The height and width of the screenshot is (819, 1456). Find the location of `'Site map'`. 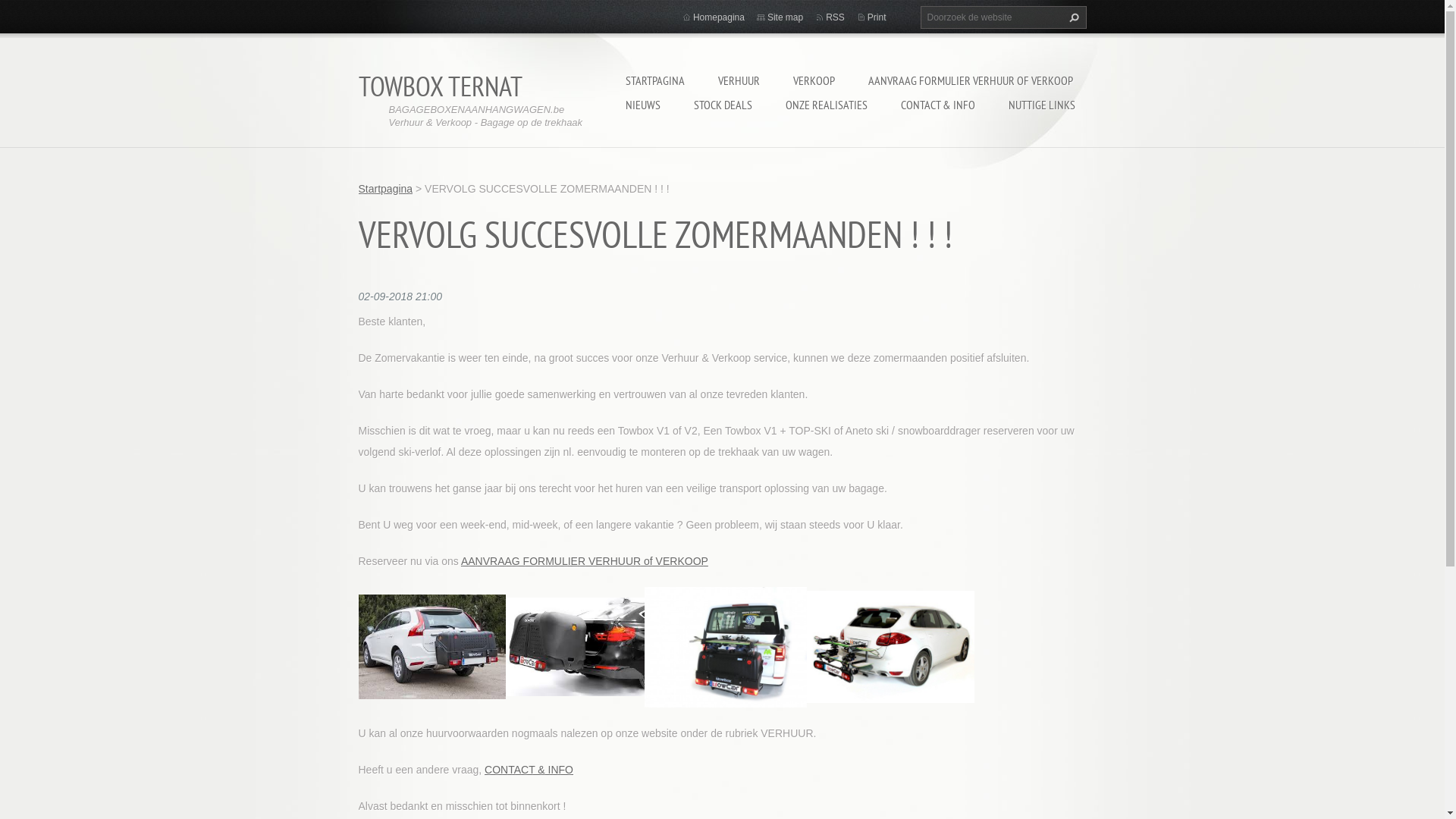

'Site map' is located at coordinates (785, 17).